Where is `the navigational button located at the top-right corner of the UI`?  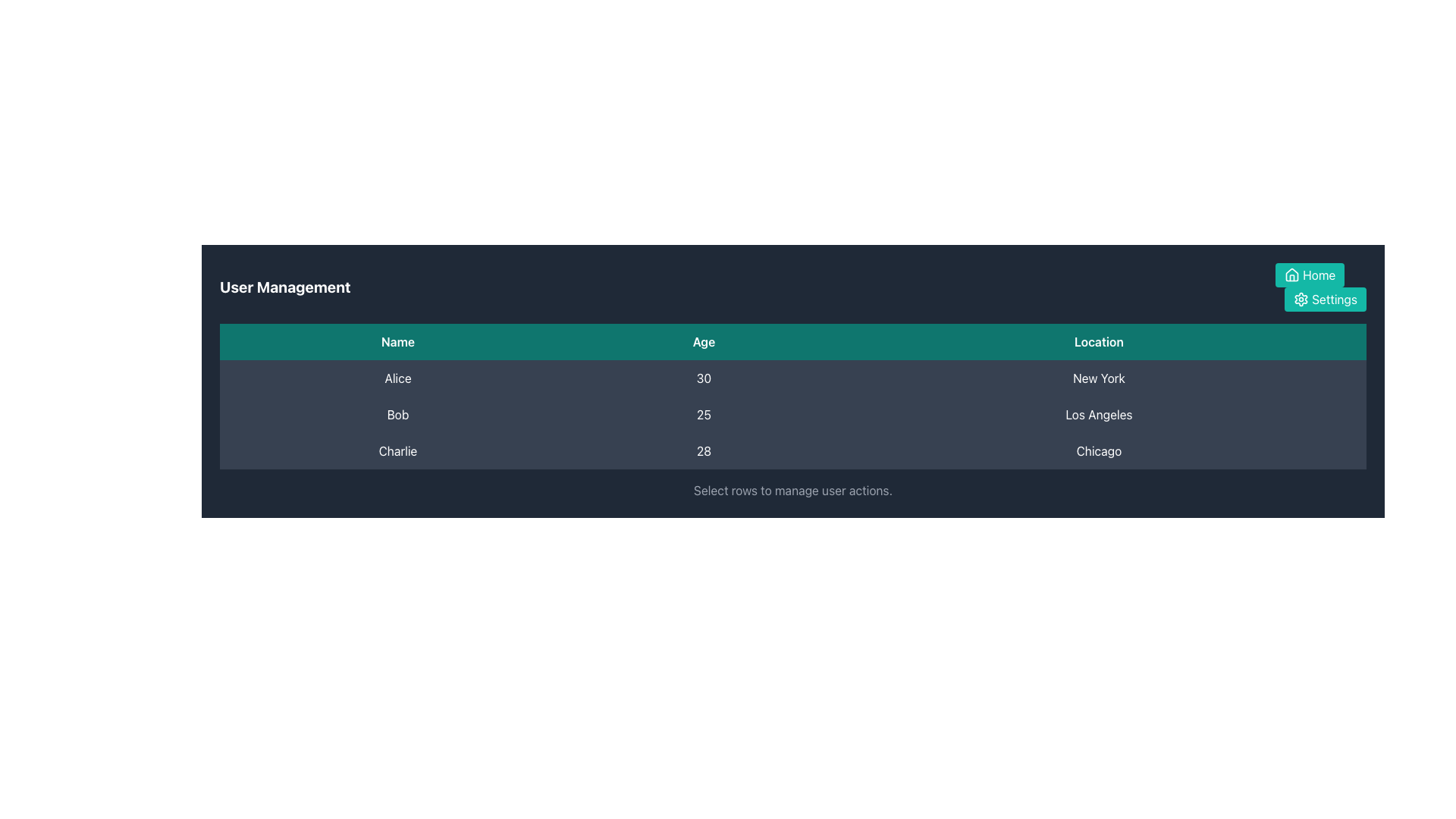 the navigational button located at the top-right corner of the UI is located at coordinates (1309, 275).